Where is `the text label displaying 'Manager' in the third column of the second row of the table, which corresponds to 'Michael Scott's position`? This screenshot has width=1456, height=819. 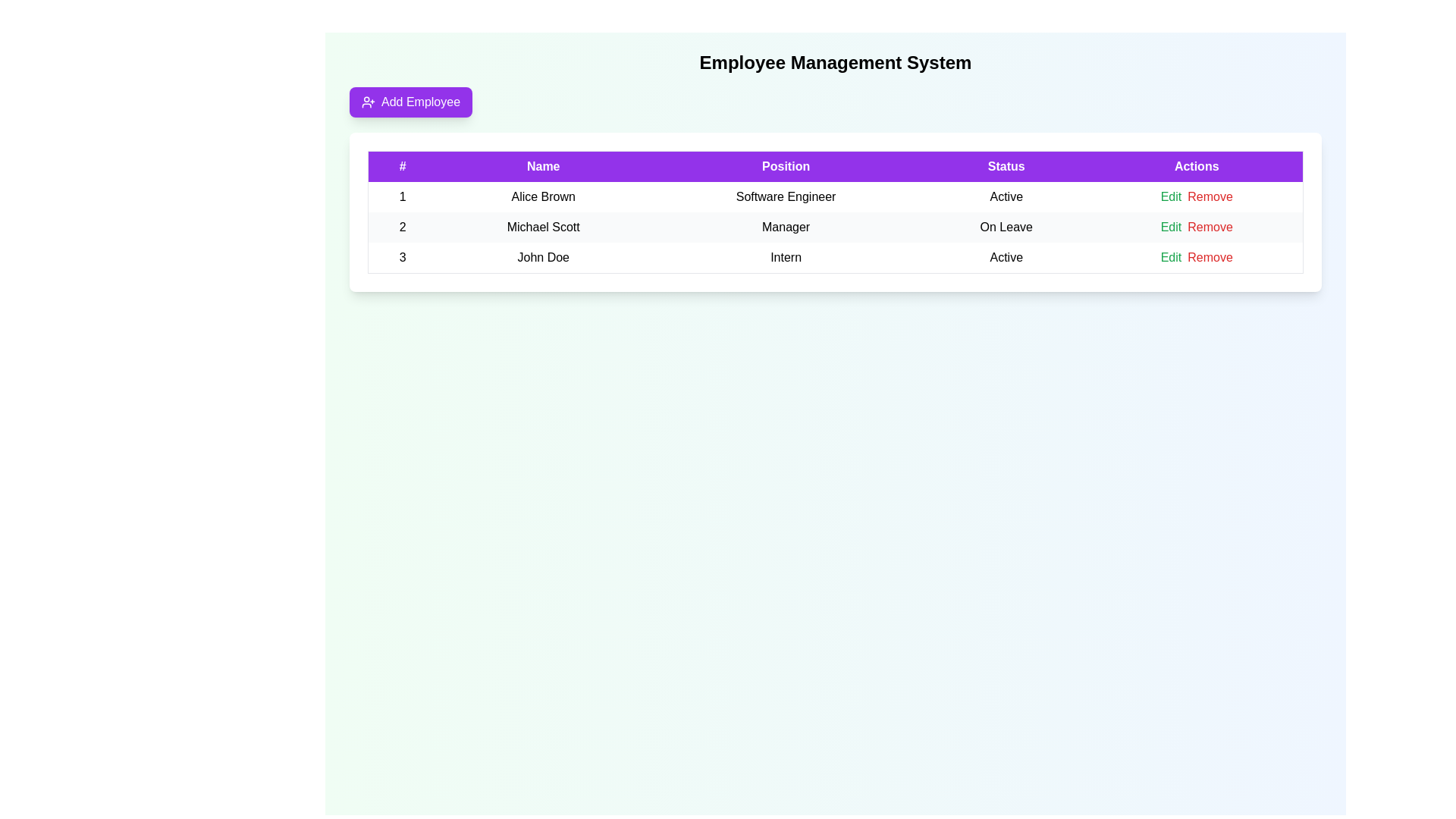
the text label displaying 'Manager' in the third column of the second row of the table, which corresponds to 'Michael Scott's position is located at coordinates (786, 227).